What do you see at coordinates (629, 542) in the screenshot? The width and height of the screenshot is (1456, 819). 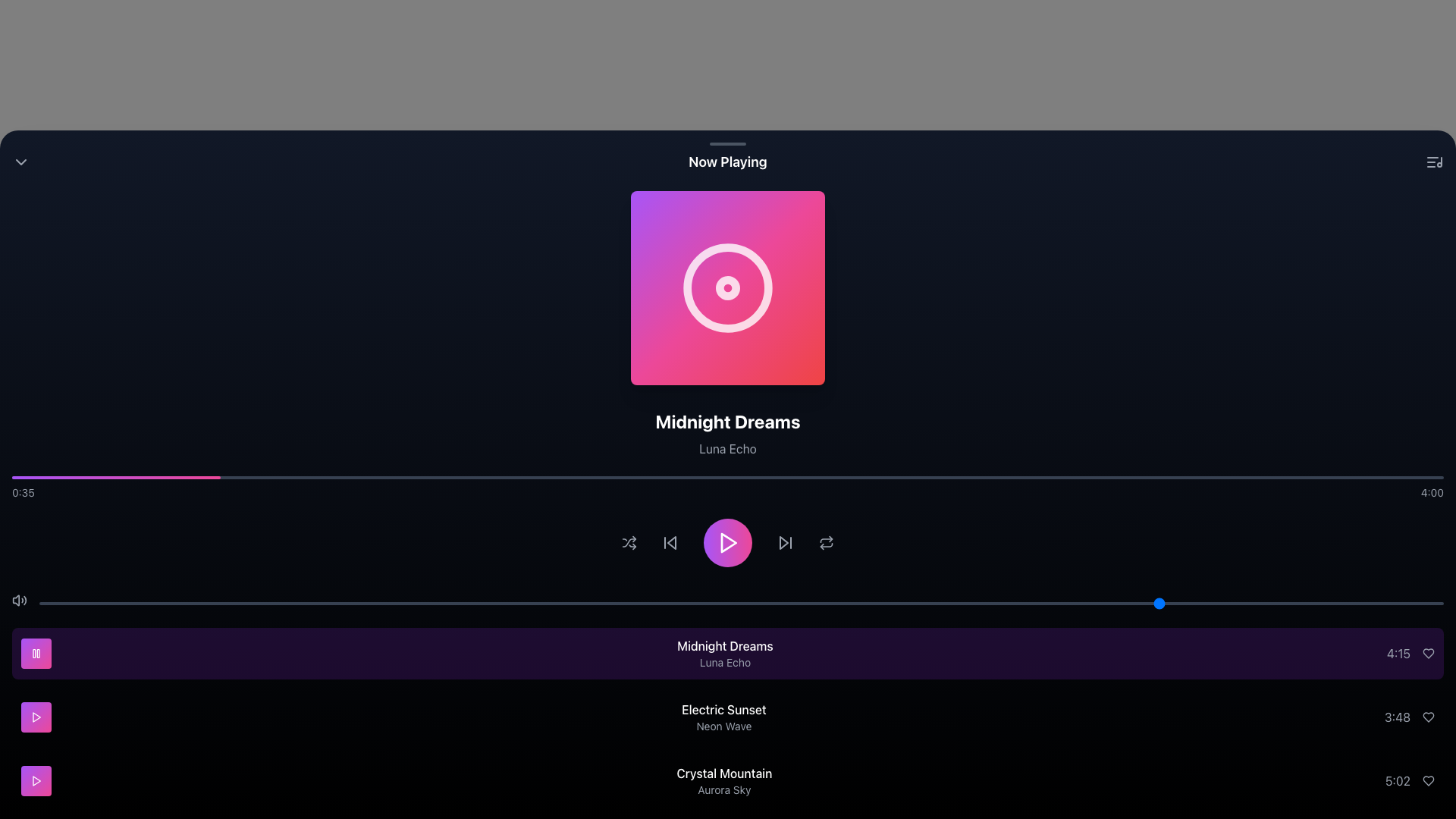 I see `the shuffle icon button, which is the first icon in the row of controls below the album artwork and track title` at bounding box center [629, 542].